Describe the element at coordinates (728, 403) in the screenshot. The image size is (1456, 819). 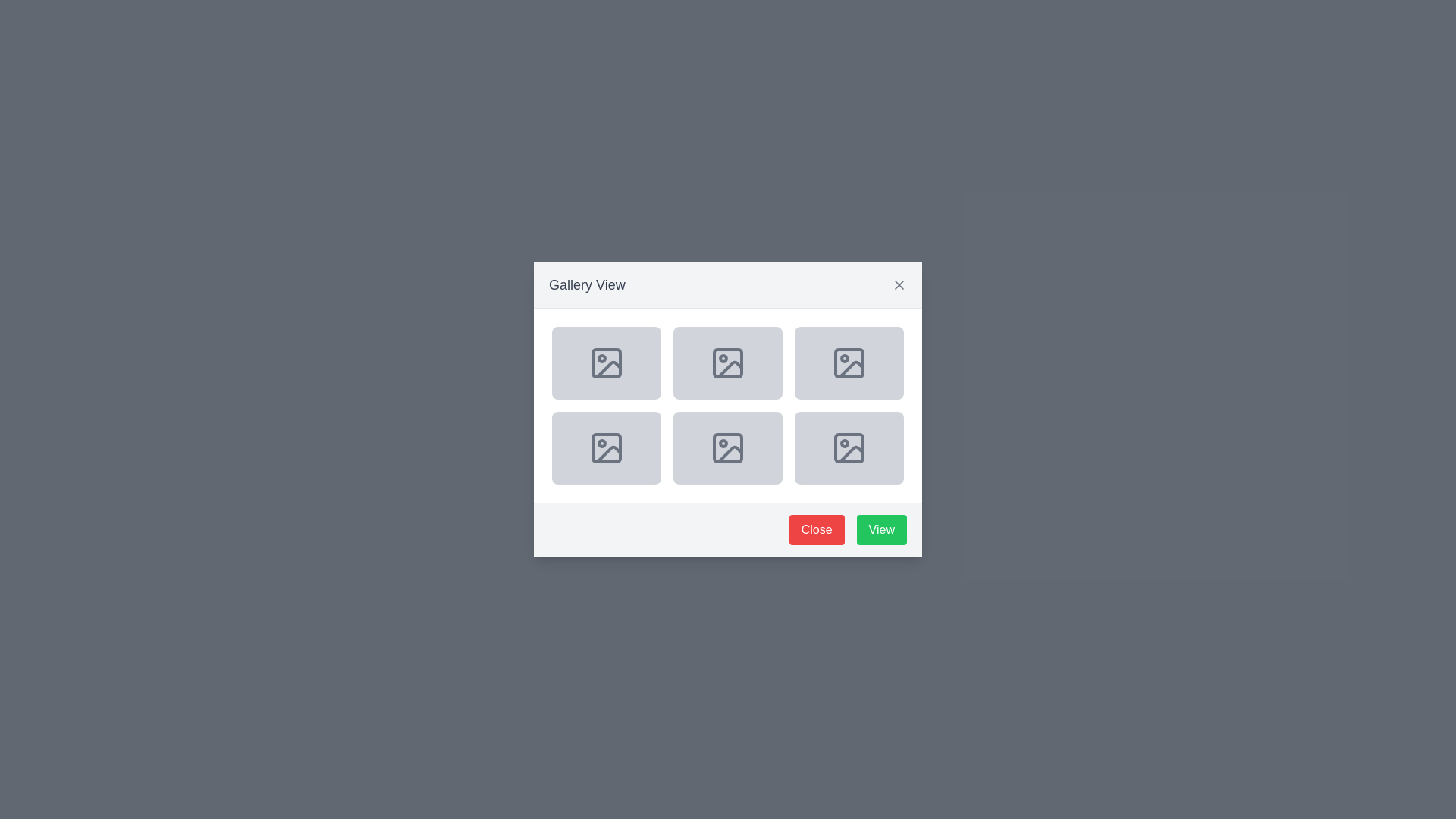
I see `the central grid element within the modal labeled 'Gallery View', which contains six rectangular cells with icons` at that location.